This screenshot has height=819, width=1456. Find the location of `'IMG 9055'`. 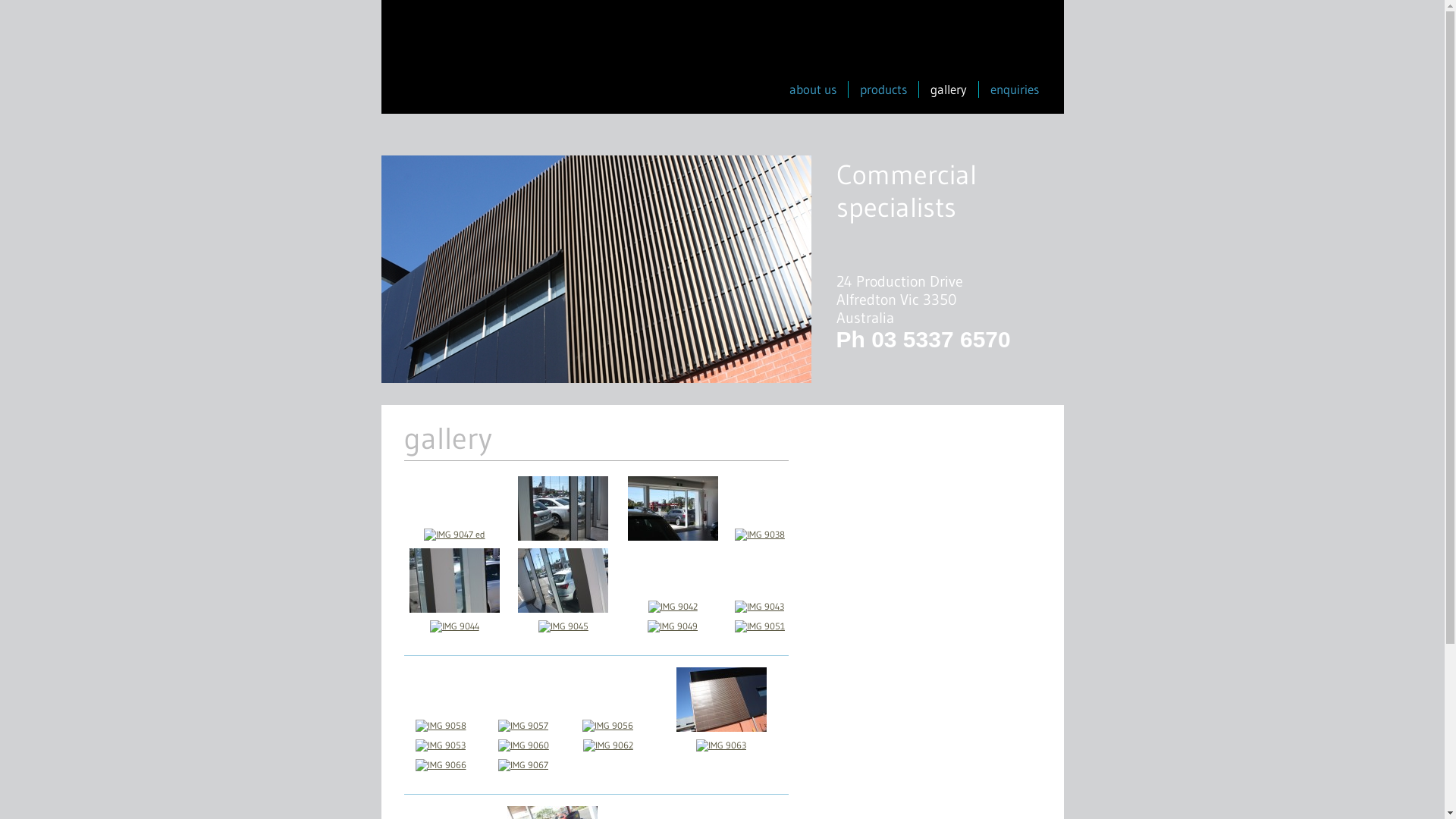

'IMG 9055' is located at coordinates (720, 725).